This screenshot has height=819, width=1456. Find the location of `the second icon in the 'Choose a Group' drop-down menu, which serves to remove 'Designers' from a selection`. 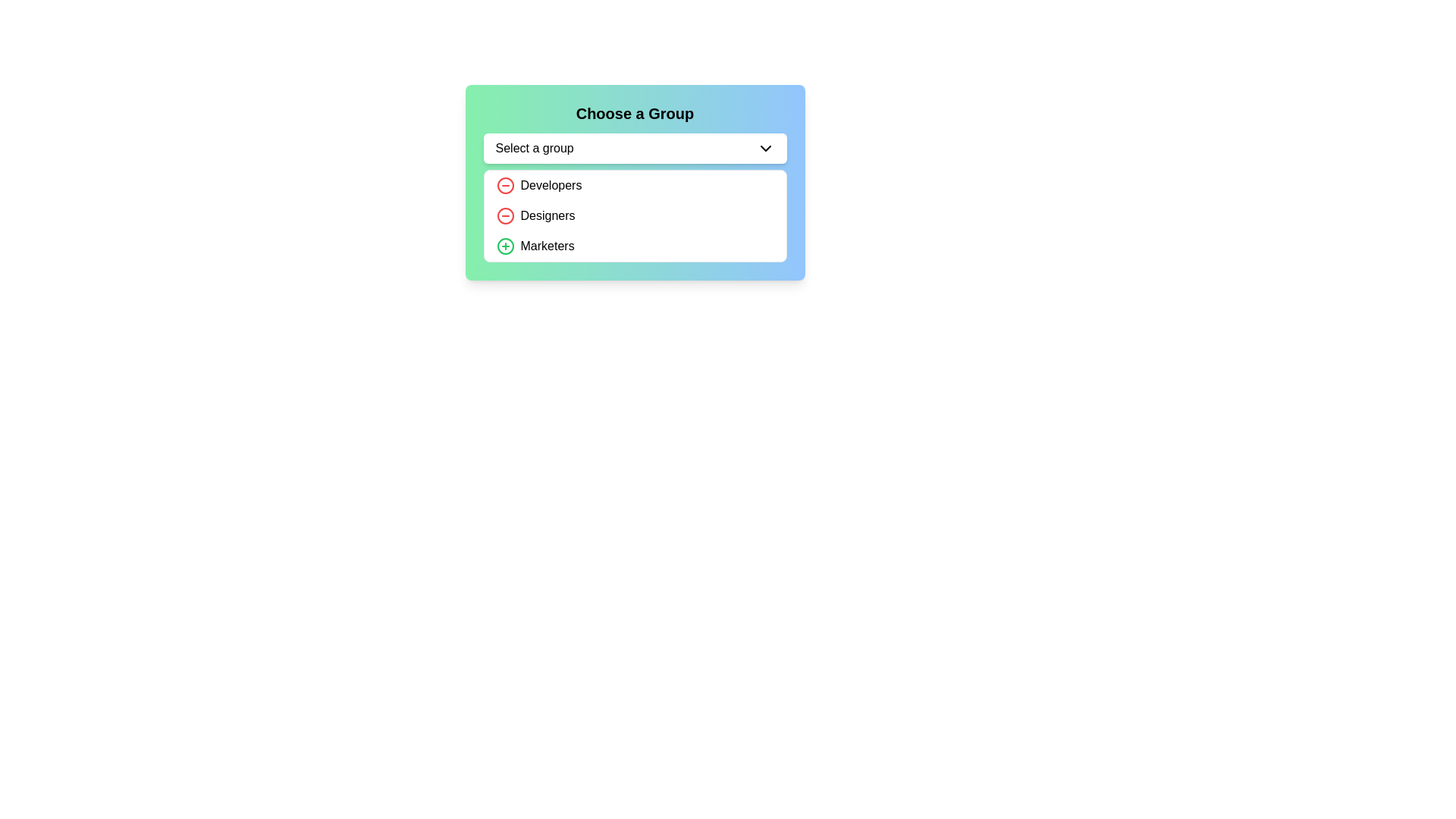

the second icon in the 'Choose a Group' drop-down menu, which serves to remove 'Designers' from a selection is located at coordinates (505, 216).